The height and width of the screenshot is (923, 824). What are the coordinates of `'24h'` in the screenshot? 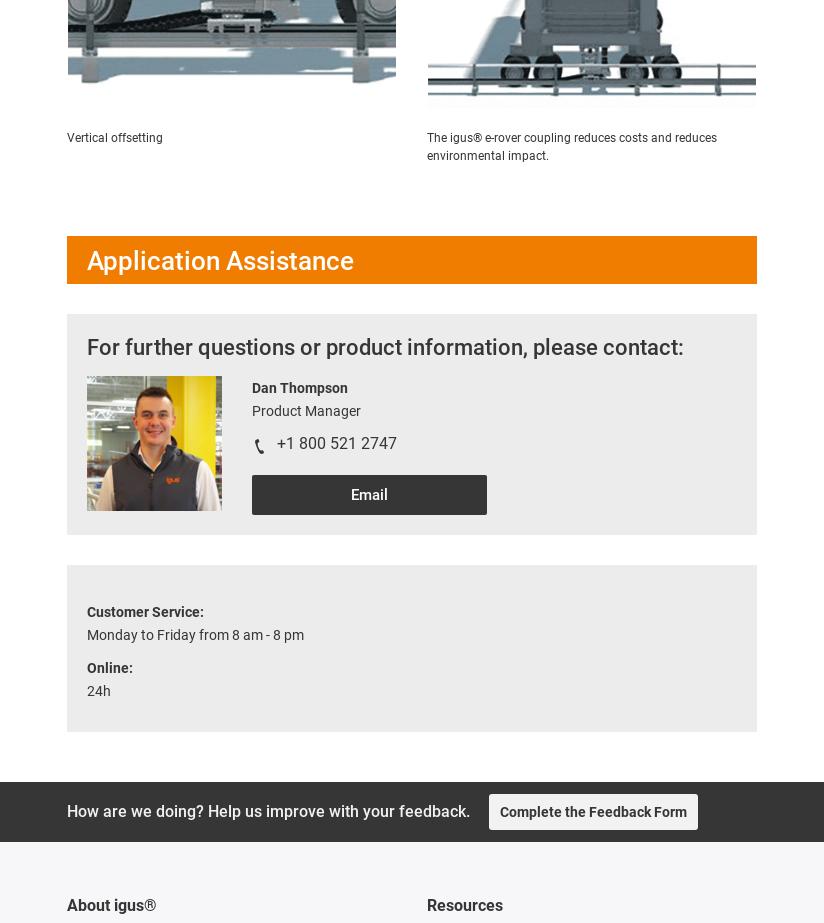 It's located at (97, 689).